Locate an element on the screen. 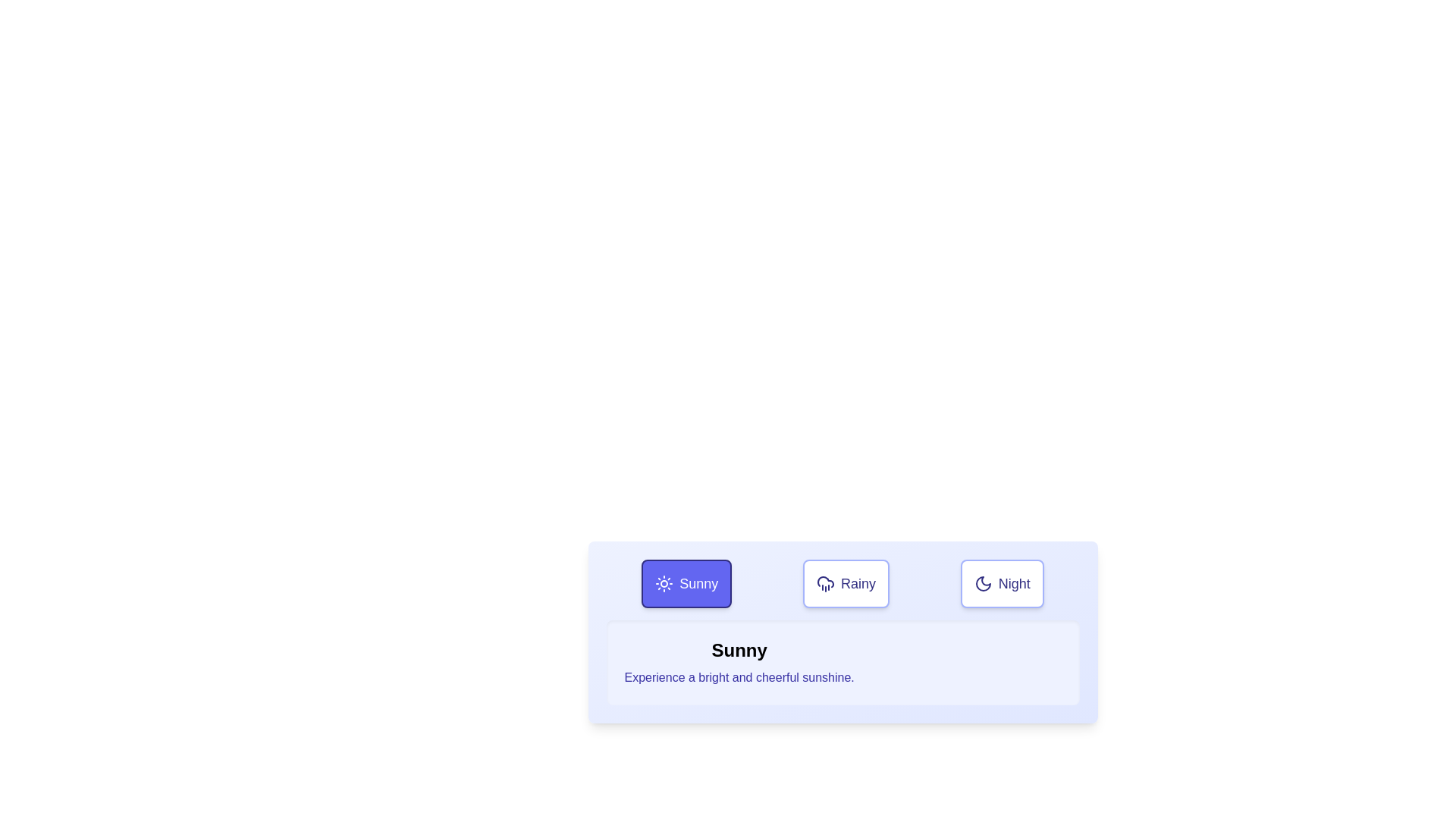 The width and height of the screenshot is (1456, 819). the 'Sunny' icon located in the leftmost button of the row is located at coordinates (664, 583).